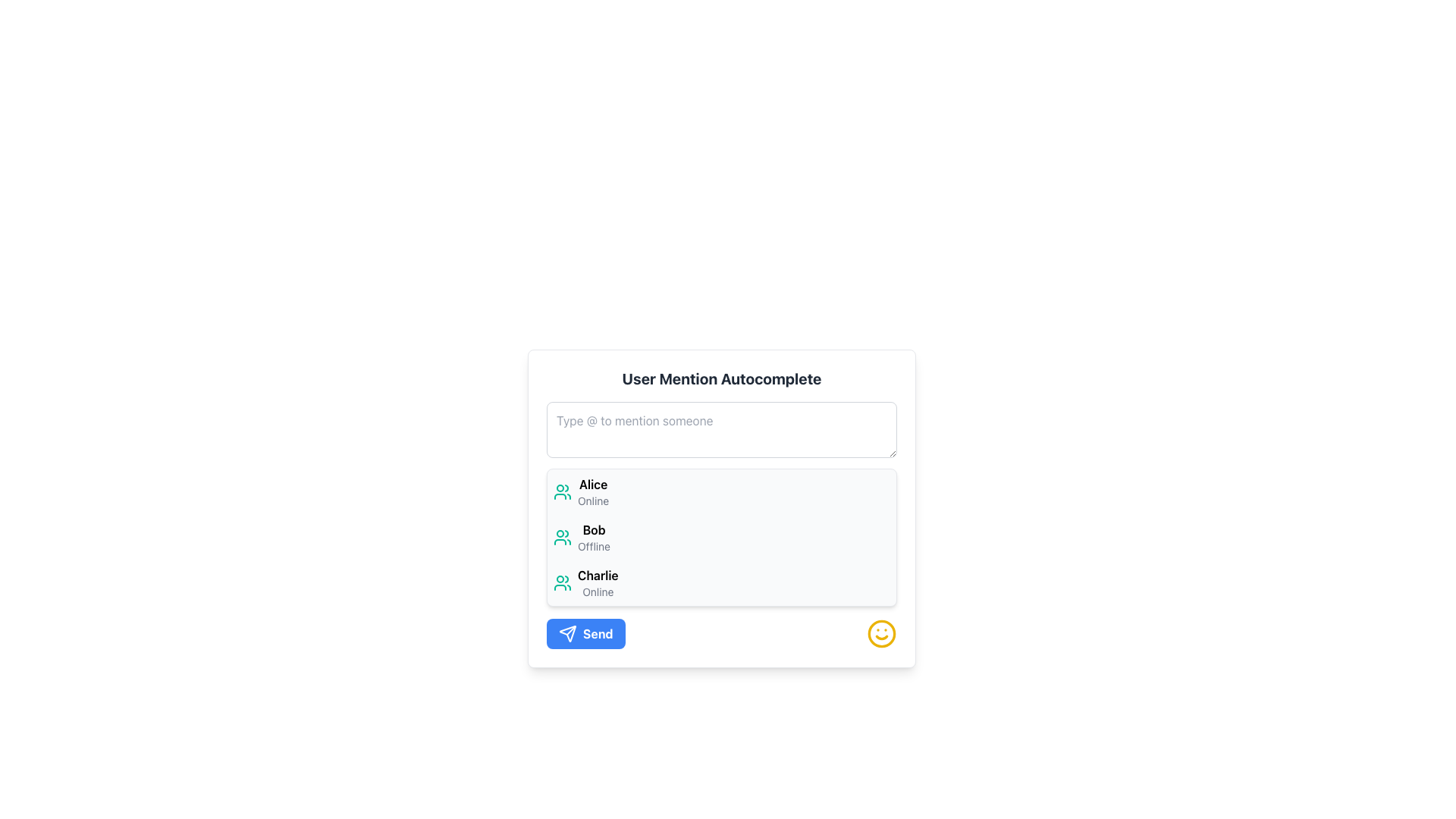  Describe the element at coordinates (597, 582) in the screenshot. I see `the list item displaying the name 'Charlie' and status 'Online'` at that location.